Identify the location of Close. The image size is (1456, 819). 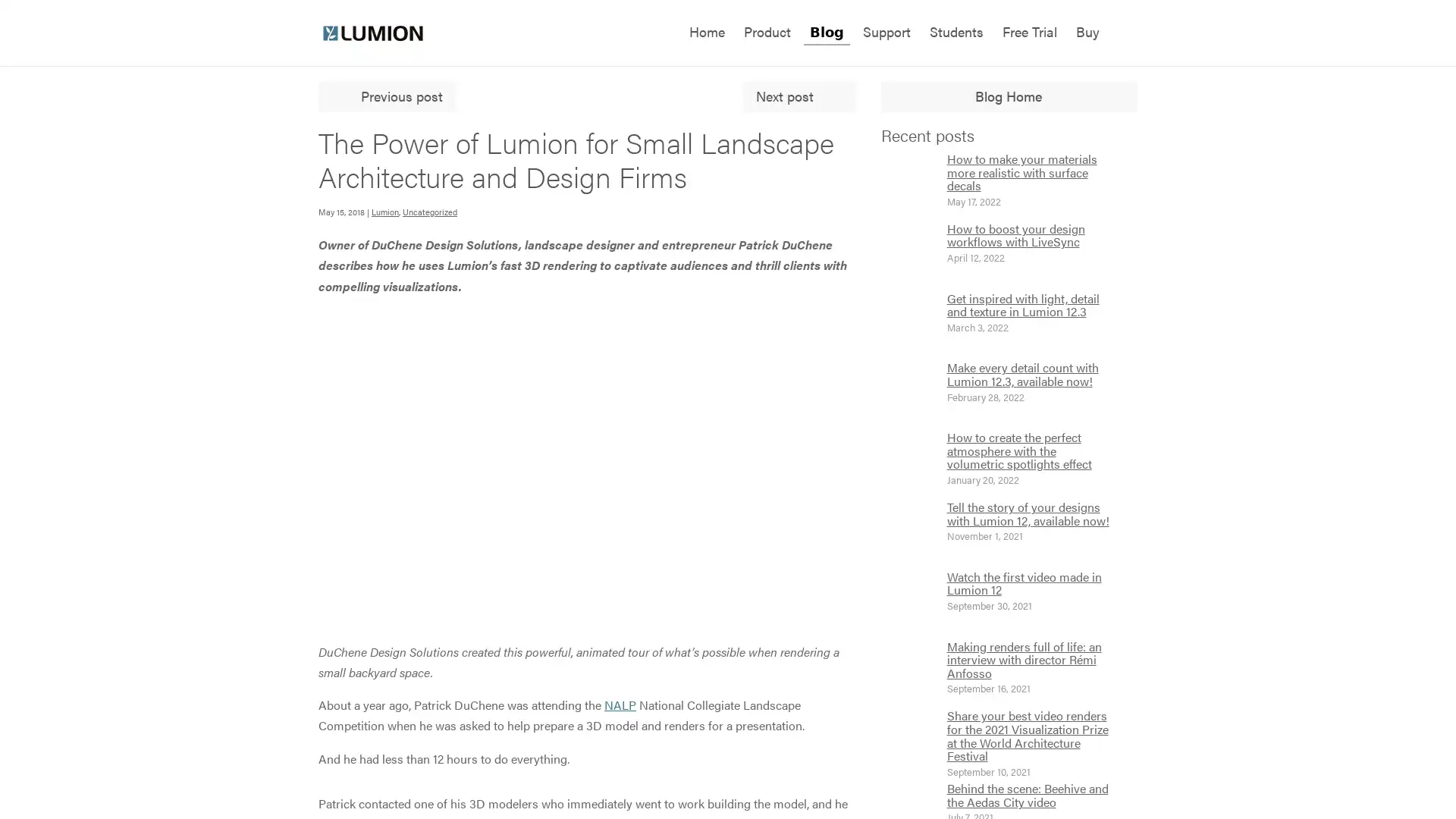
(277, 619).